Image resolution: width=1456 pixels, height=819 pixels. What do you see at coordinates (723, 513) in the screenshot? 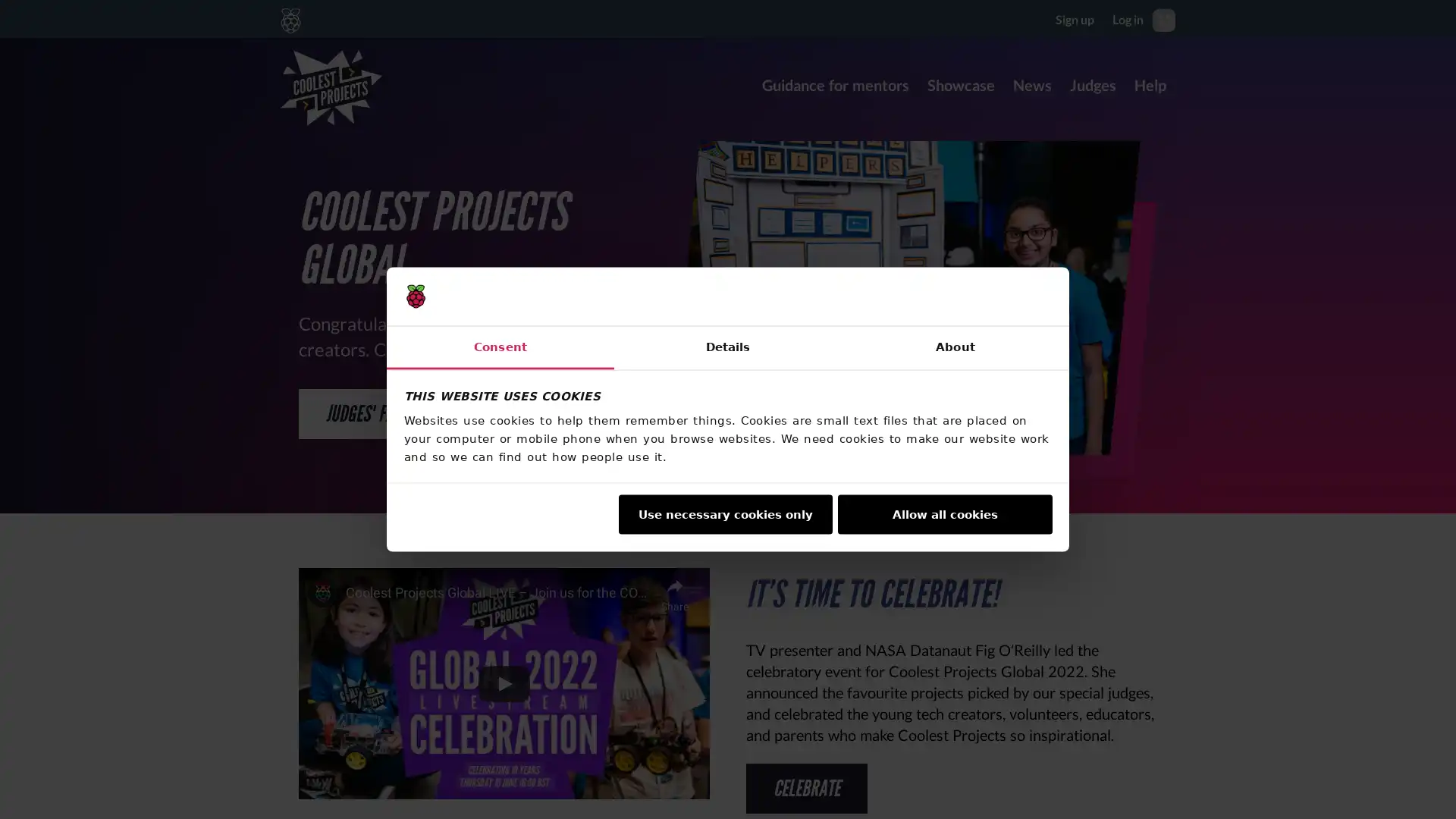
I see `Use necessary cookies only` at bounding box center [723, 513].